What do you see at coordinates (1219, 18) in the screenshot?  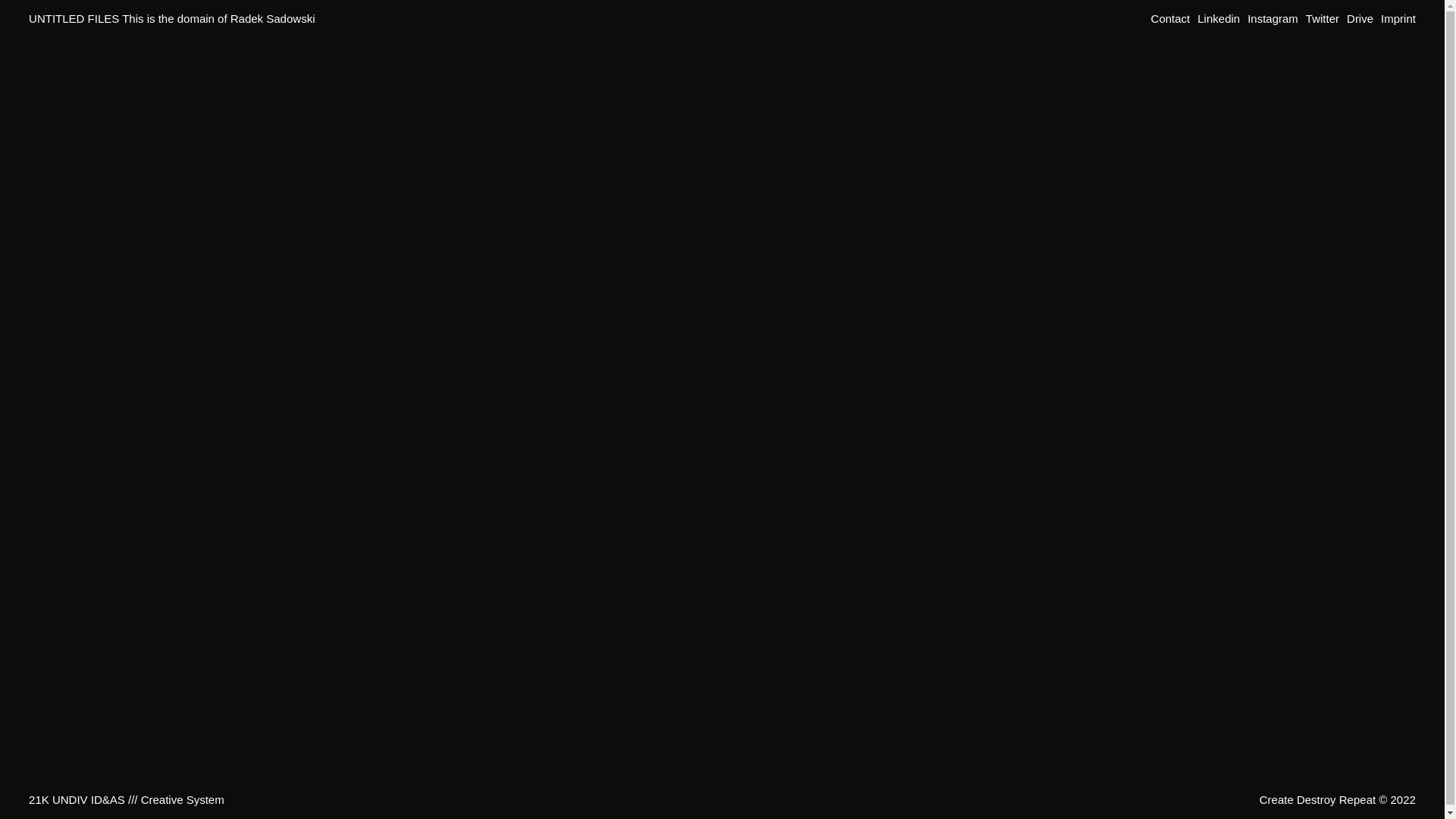 I see `'Linkedin'` at bounding box center [1219, 18].